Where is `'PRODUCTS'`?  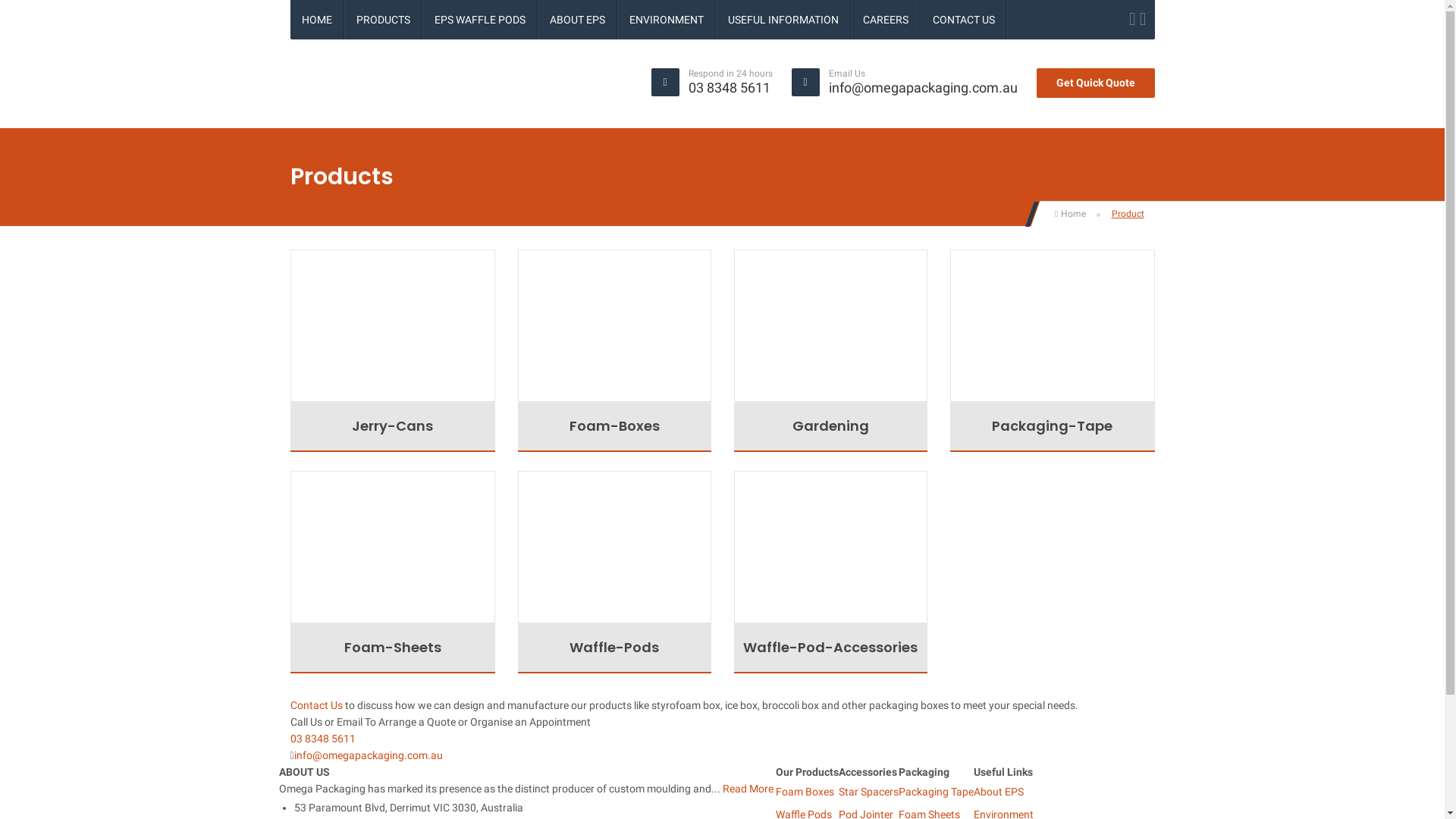
'PRODUCTS' is located at coordinates (344, 20).